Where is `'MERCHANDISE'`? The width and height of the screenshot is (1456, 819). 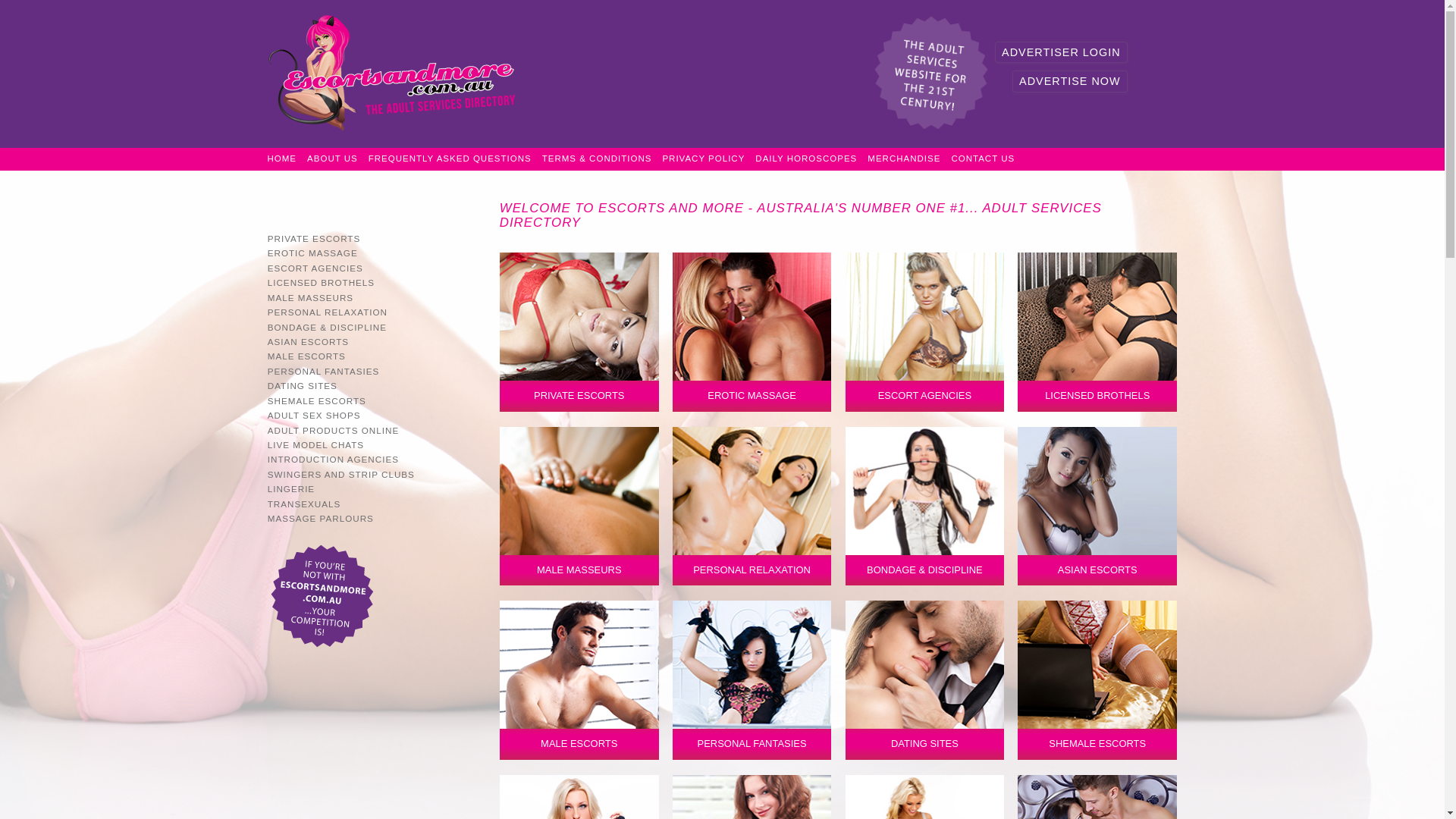
'MERCHANDISE' is located at coordinates (867, 158).